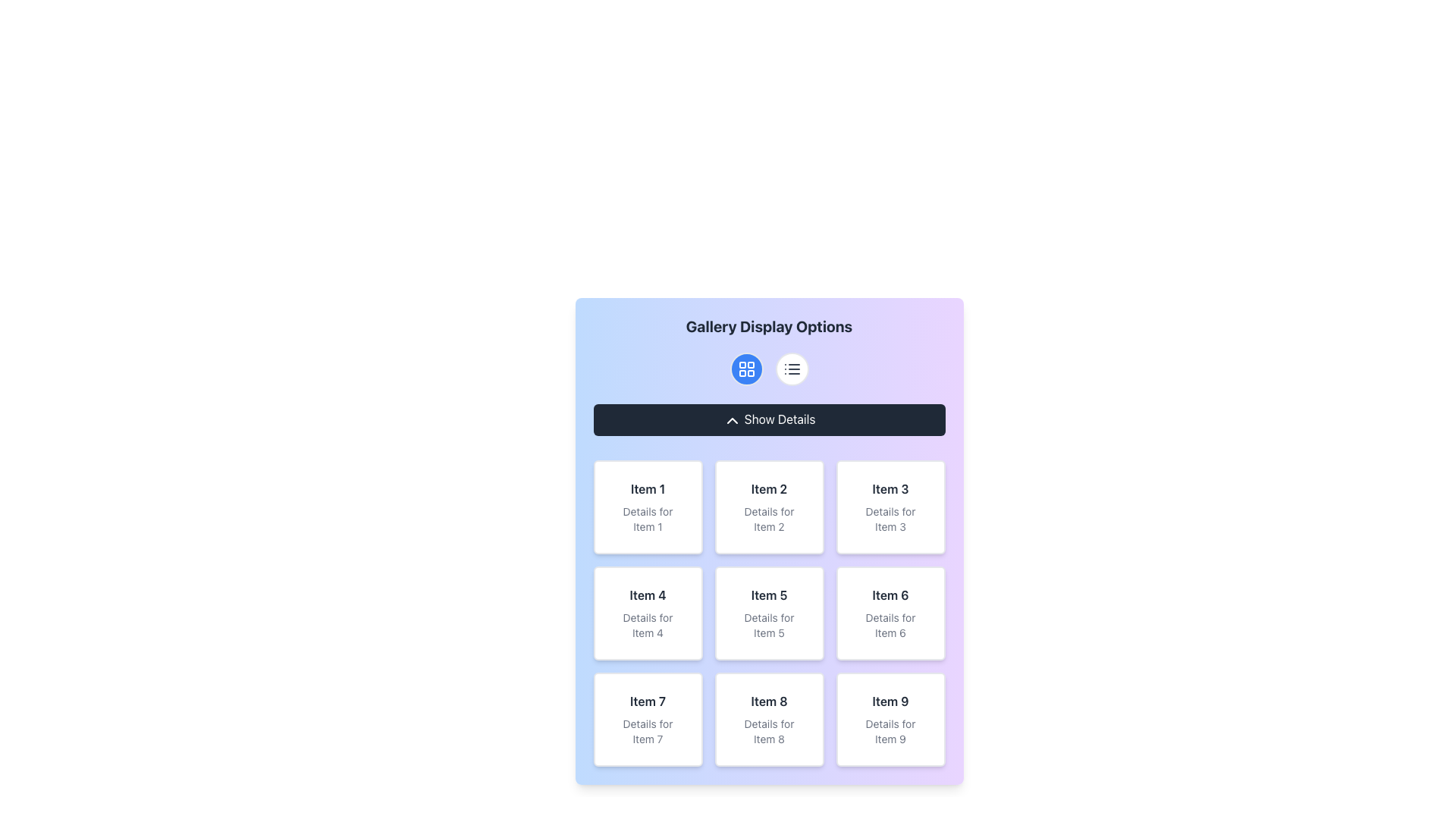 The width and height of the screenshot is (1456, 819). Describe the element at coordinates (769, 507) in the screenshot. I see `the informational card displaying details related to 'Item 2', which is positioned in the top-middle of the grid layout, to potentially interact with adjacent elements` at that location.